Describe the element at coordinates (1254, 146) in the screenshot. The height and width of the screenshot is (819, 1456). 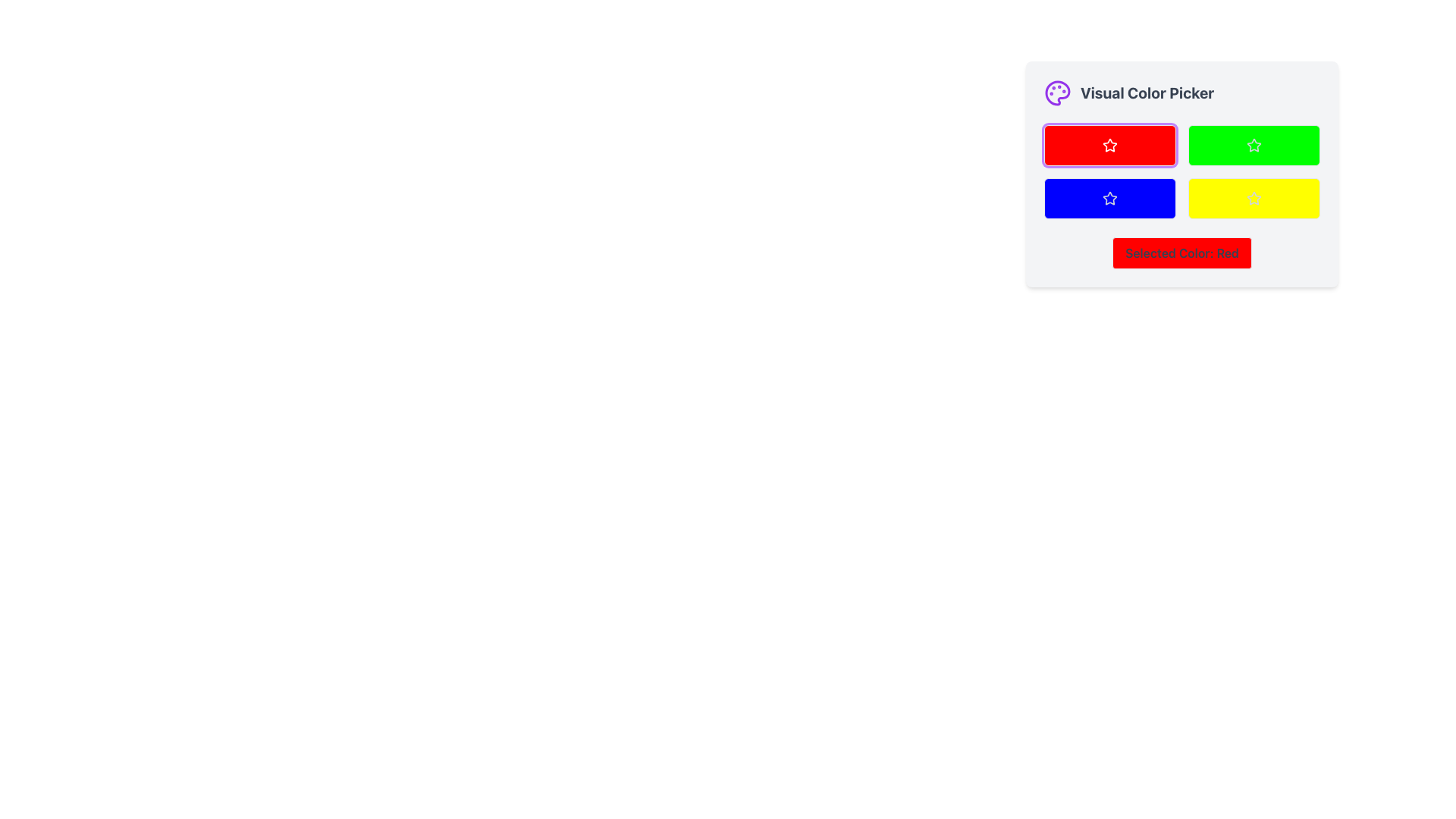
I see `the star icon located within the green button in the top-right of the 2x2 grid in the 'Visual Color Picker' section to mark a favorite or selection` at that location.